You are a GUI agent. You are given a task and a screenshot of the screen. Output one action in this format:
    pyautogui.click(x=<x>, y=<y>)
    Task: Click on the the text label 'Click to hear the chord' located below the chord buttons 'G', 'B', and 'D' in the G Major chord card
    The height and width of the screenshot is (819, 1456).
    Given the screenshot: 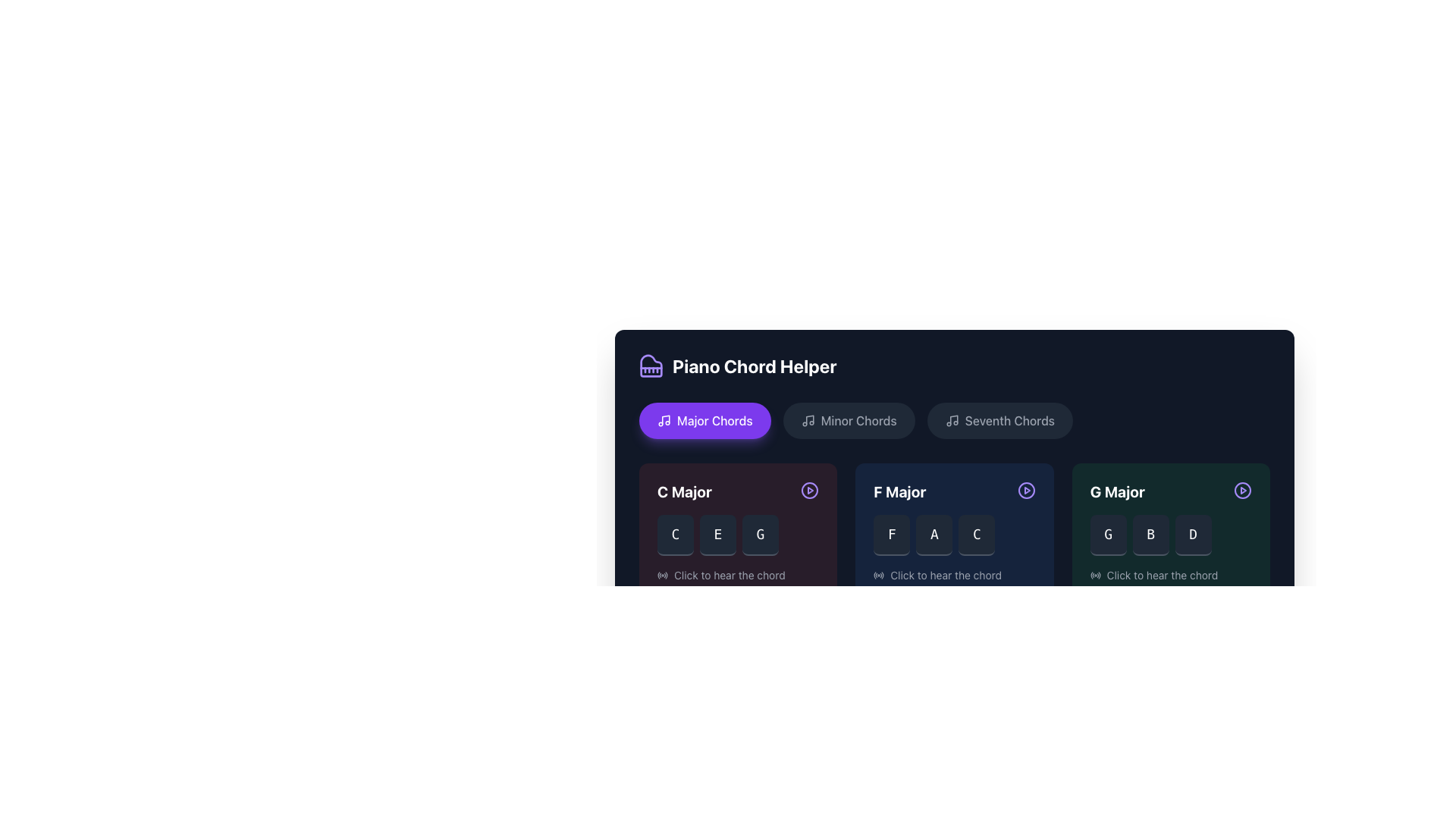 What is the action you would take?
    pyautogui.click(x=1161, y=576)
    